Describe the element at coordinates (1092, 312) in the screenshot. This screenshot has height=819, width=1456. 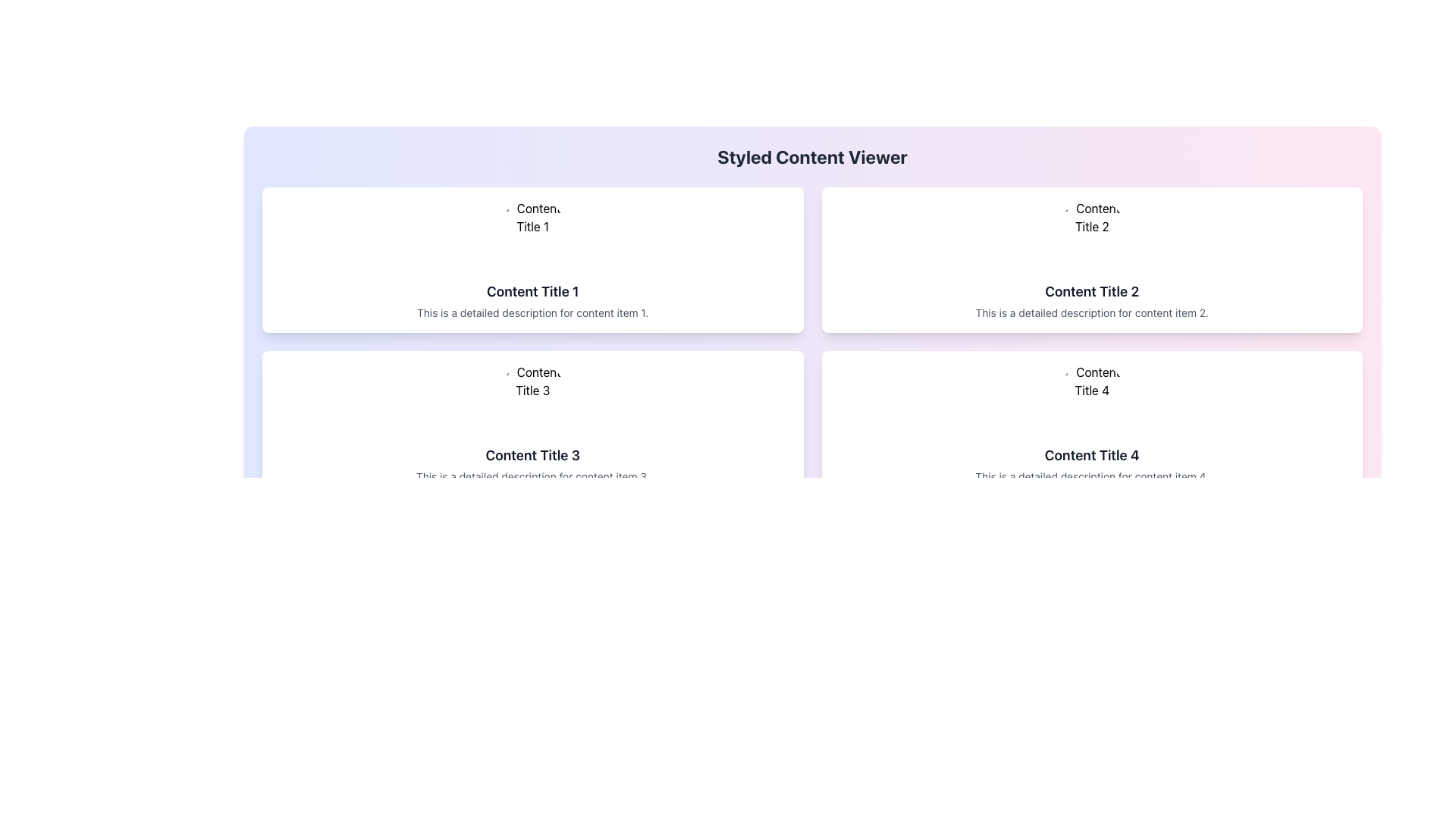
I see `the text block containing the string 'This is a detailed description for content item 2.' which is located below the title 'Content Title 2' in the second content card` at that location.